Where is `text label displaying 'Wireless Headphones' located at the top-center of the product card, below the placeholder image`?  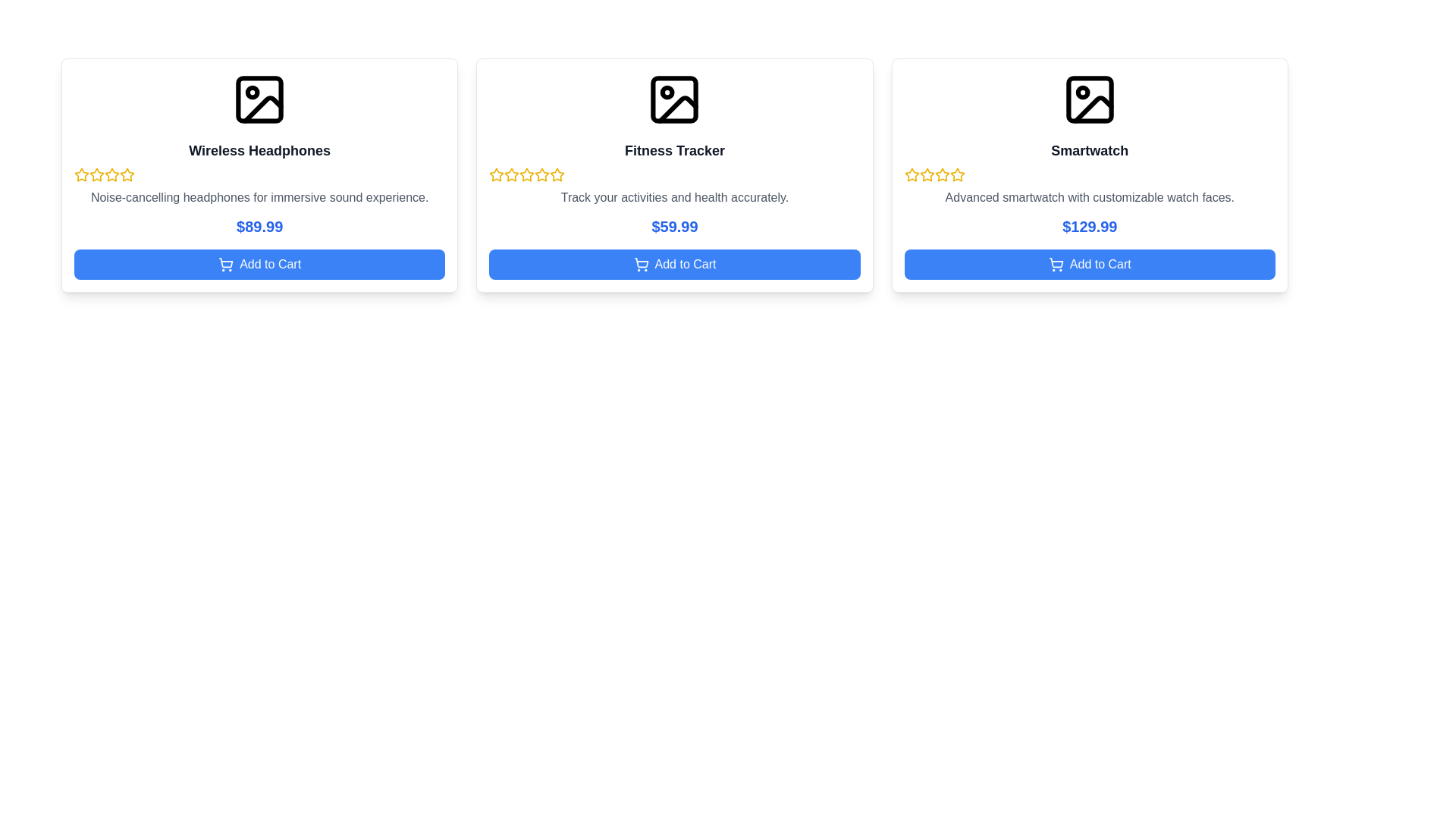
text label displaying 'Wireless Headphones' located at the top-center of the product card, below the placeholder image is located at coordinates (259, 151).